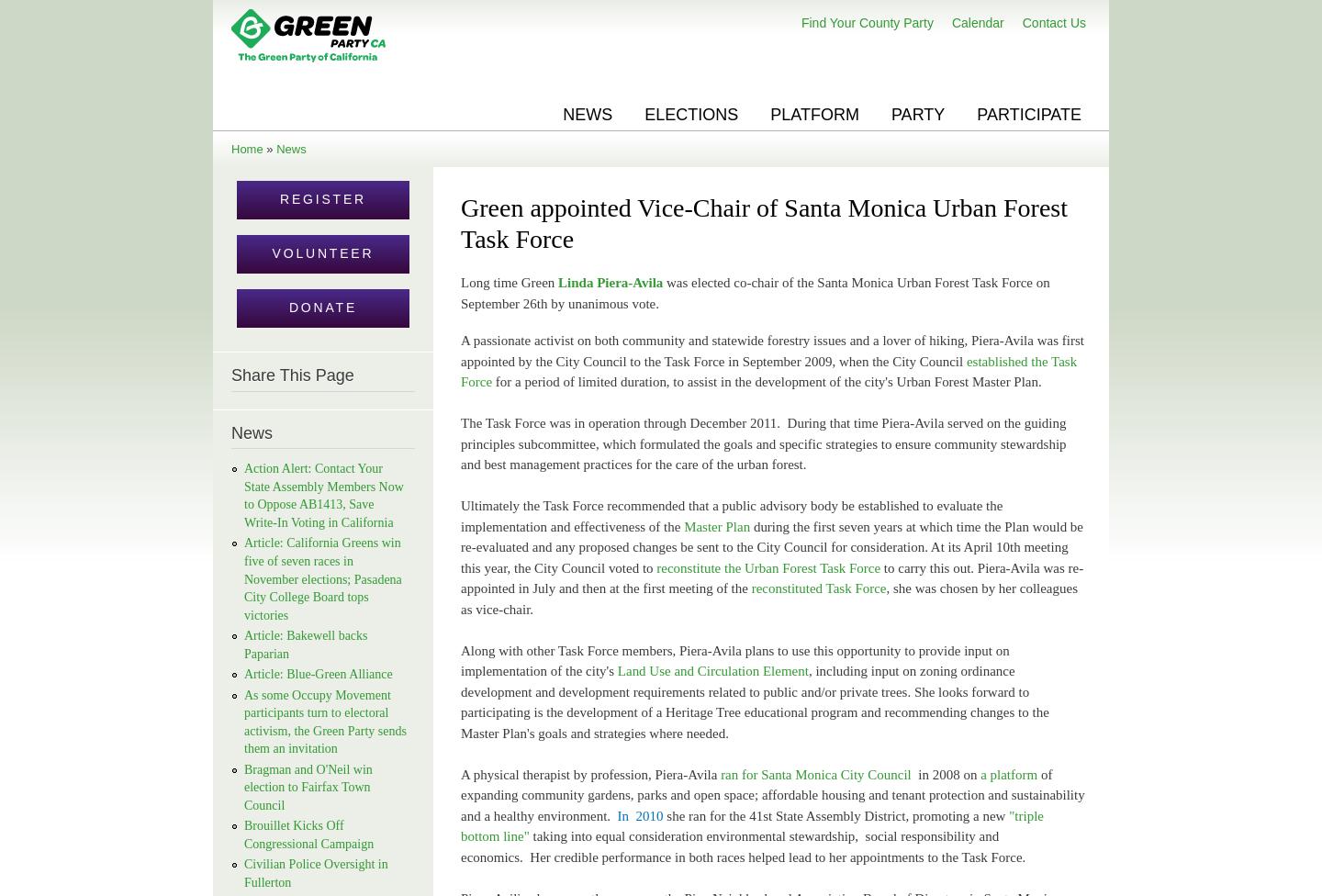 The image size is (1322, 896). I want to click on 'Long time Green', so click(459, 283).